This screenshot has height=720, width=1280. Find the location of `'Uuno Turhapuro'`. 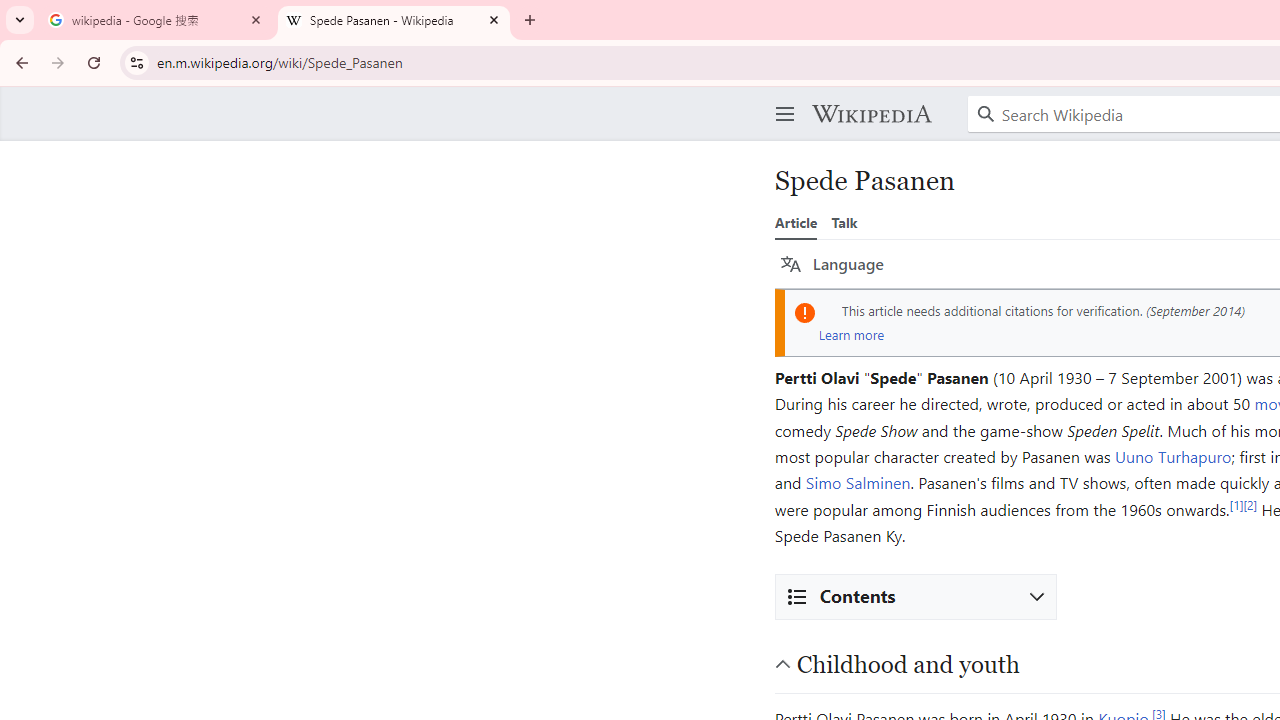

'Uuno Turhapuro' is located at coordinates (1173, 456).